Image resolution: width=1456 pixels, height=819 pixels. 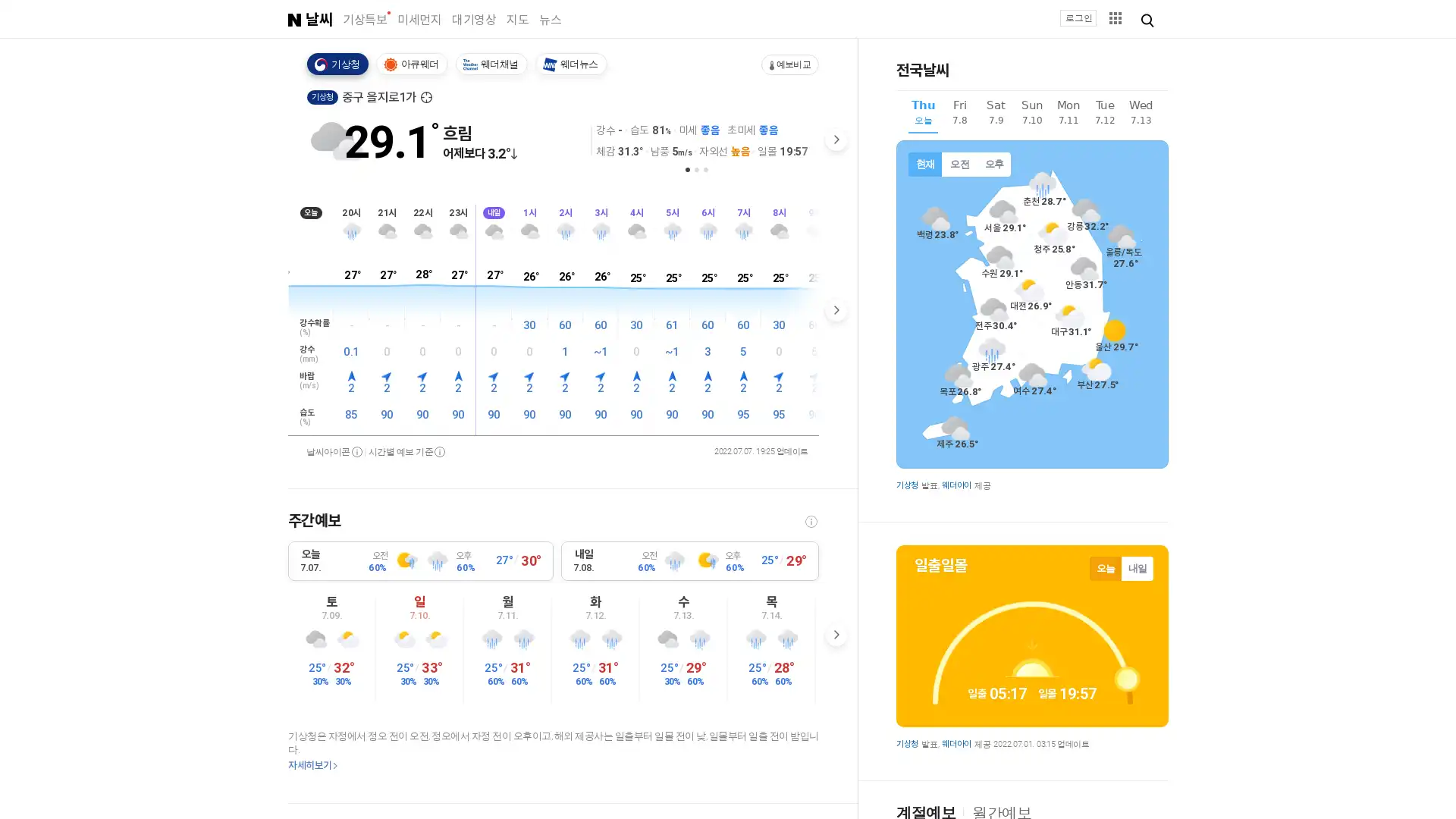 What do you see at coordinates (1031, 114) in the screenshot?
I see `Sun 7.10` at bounding box center [1031, 114].